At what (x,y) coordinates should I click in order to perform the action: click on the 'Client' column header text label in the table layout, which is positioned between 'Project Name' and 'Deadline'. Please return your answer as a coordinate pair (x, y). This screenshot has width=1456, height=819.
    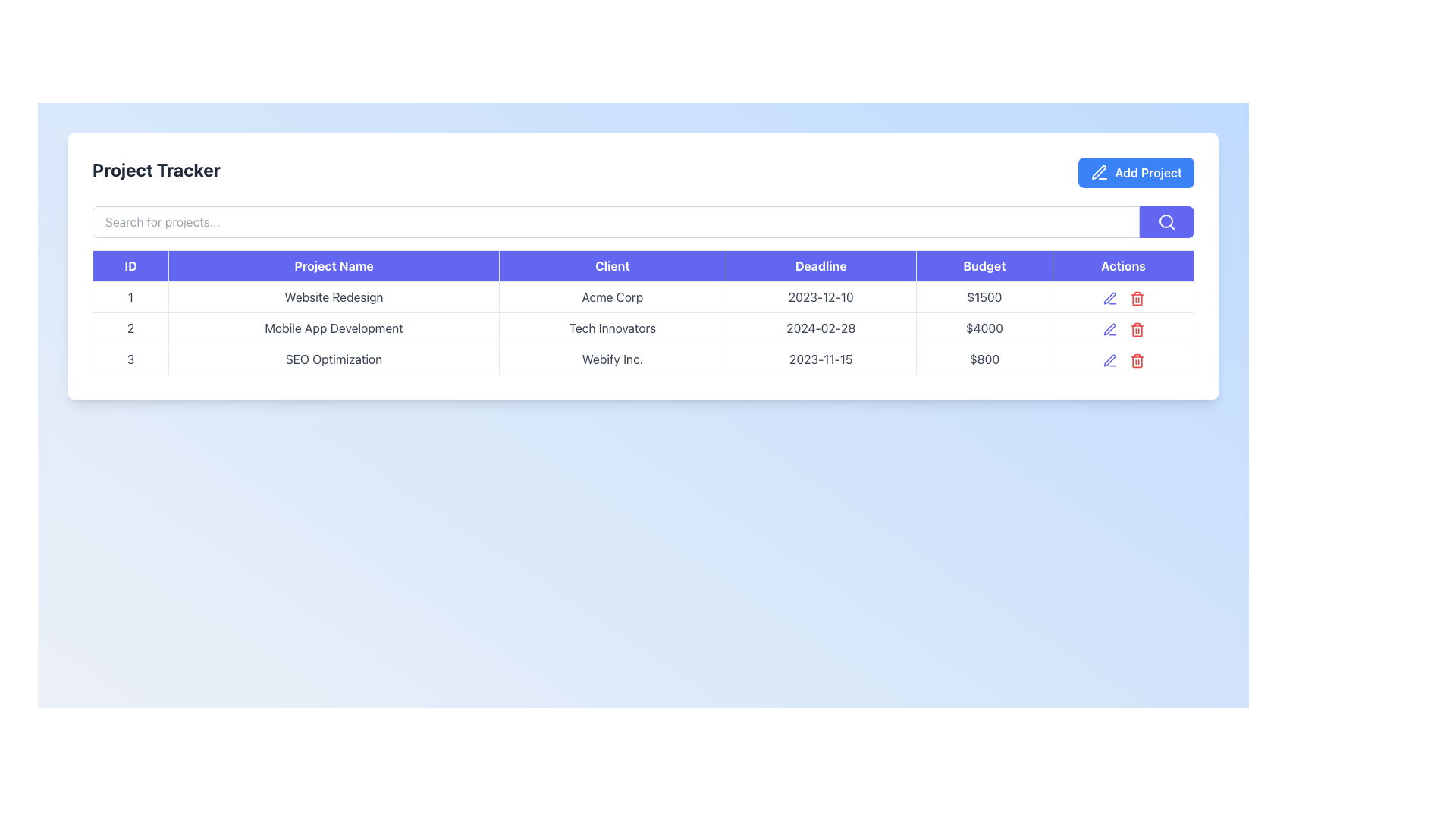
    Looking at the image, I should click on (612, 265).